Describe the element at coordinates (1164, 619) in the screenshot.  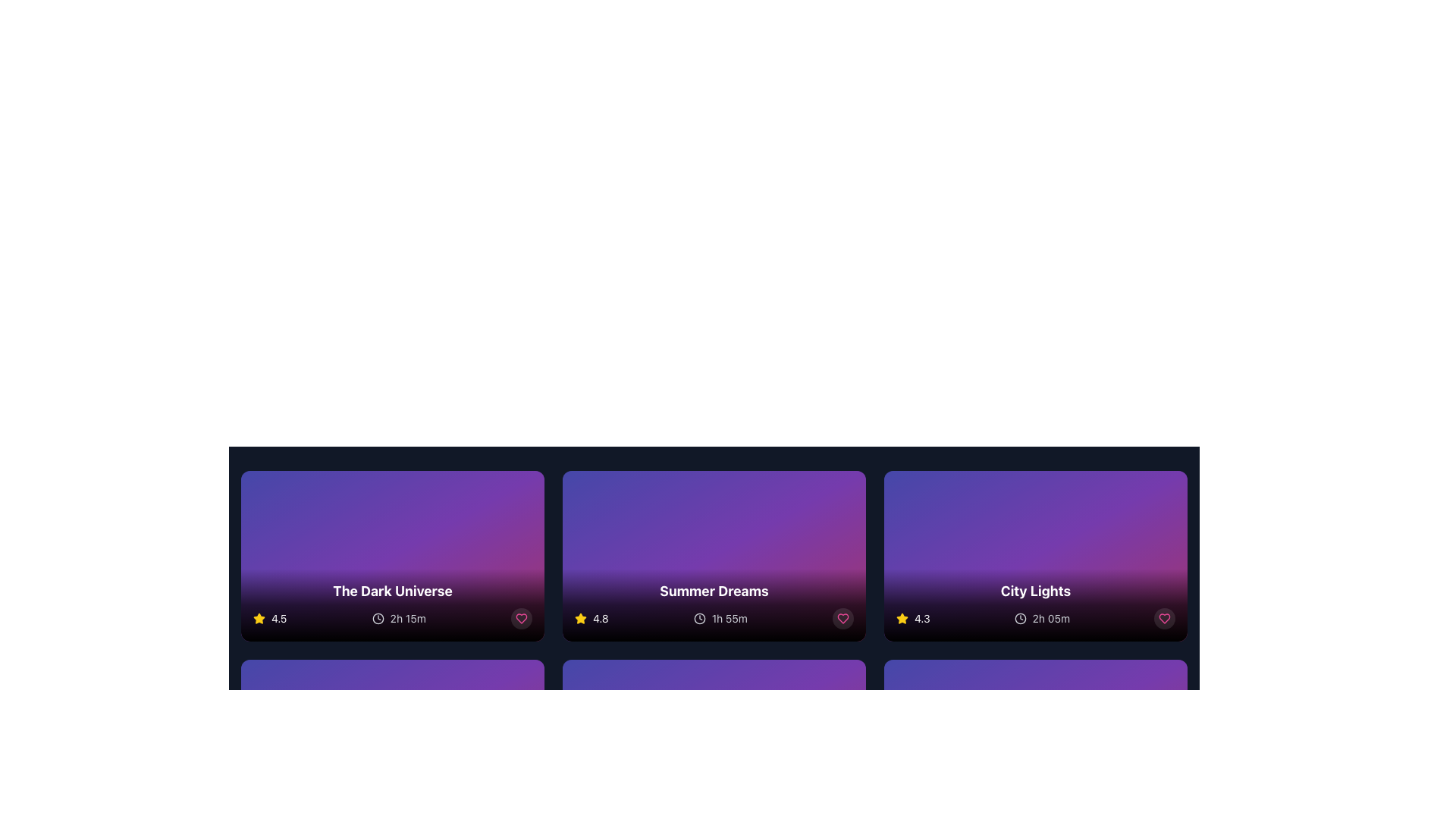
I see `the heart-shaped pink icon located in the bottom right corner of the 'City Lights' card` at that location.